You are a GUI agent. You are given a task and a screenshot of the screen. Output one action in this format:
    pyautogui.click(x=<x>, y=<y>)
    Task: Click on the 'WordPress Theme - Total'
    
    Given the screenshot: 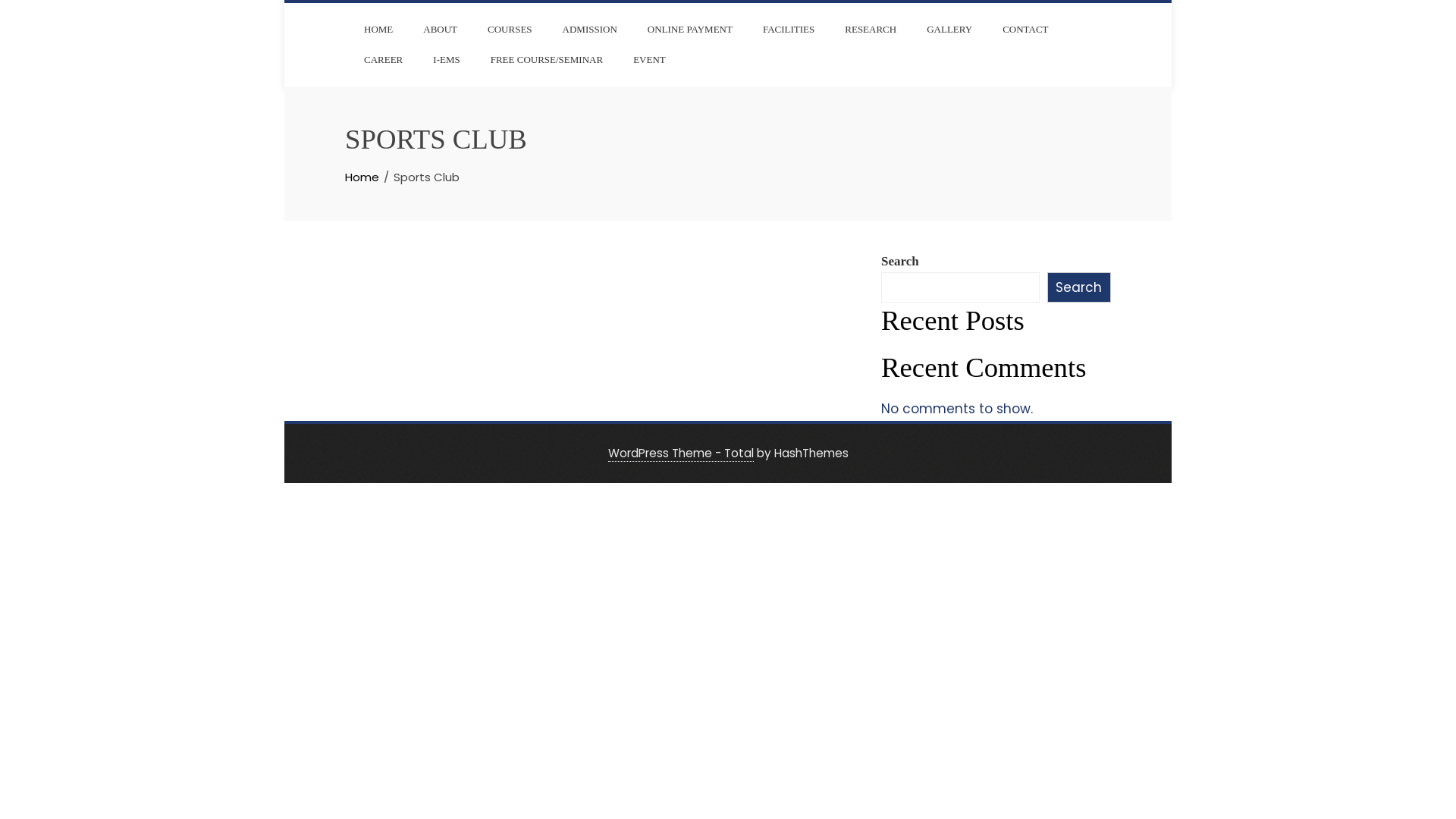 What is the action you would take?
    pyautogui.click(x=679, y=452)
    